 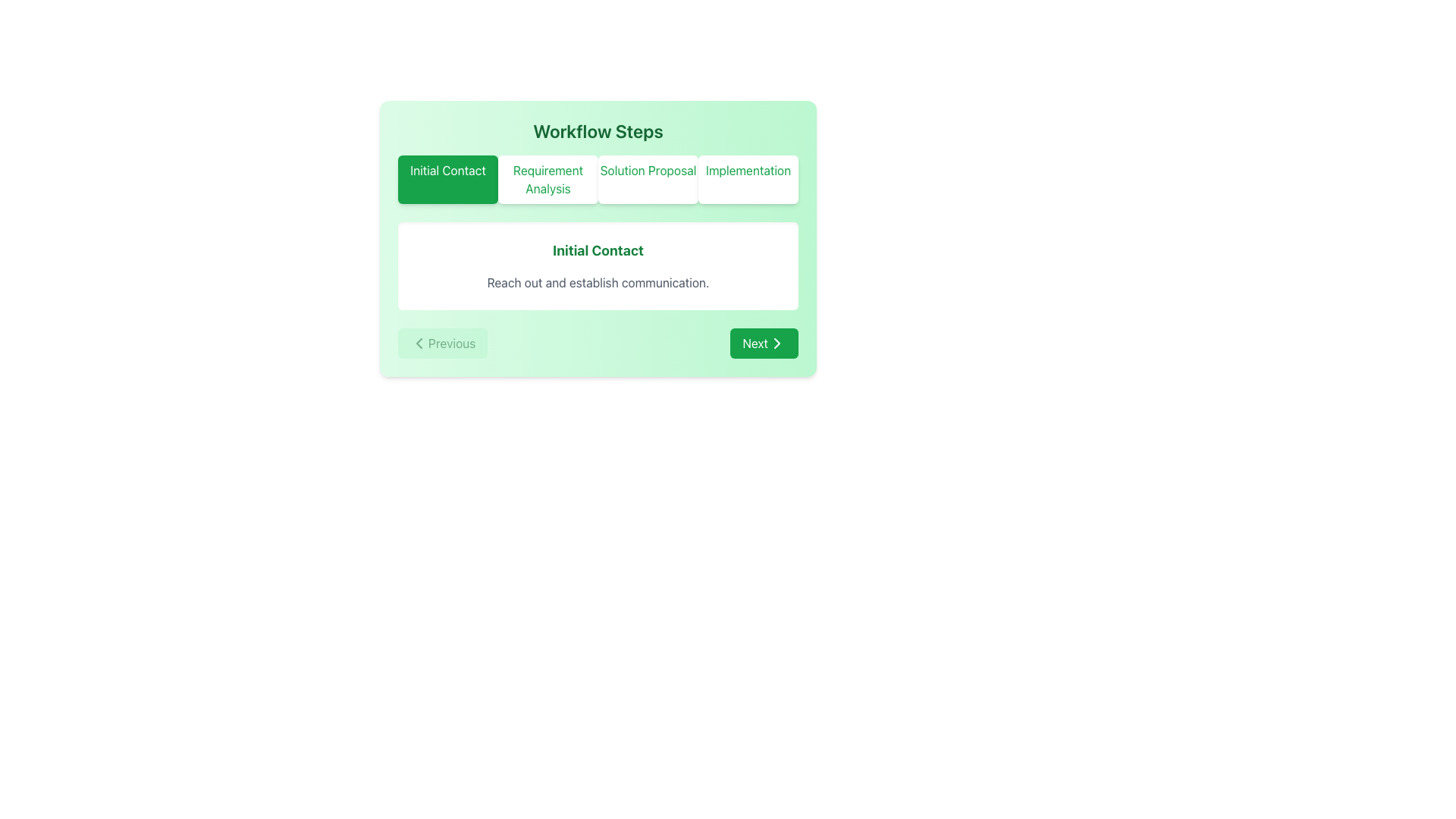 What do you see at coordinates (597, 250) in the screenshot?
I see `the bold, large-sized green text reading 'Initial Contact', which is centrally aligned within a white box` at bounding box center [597, 250].